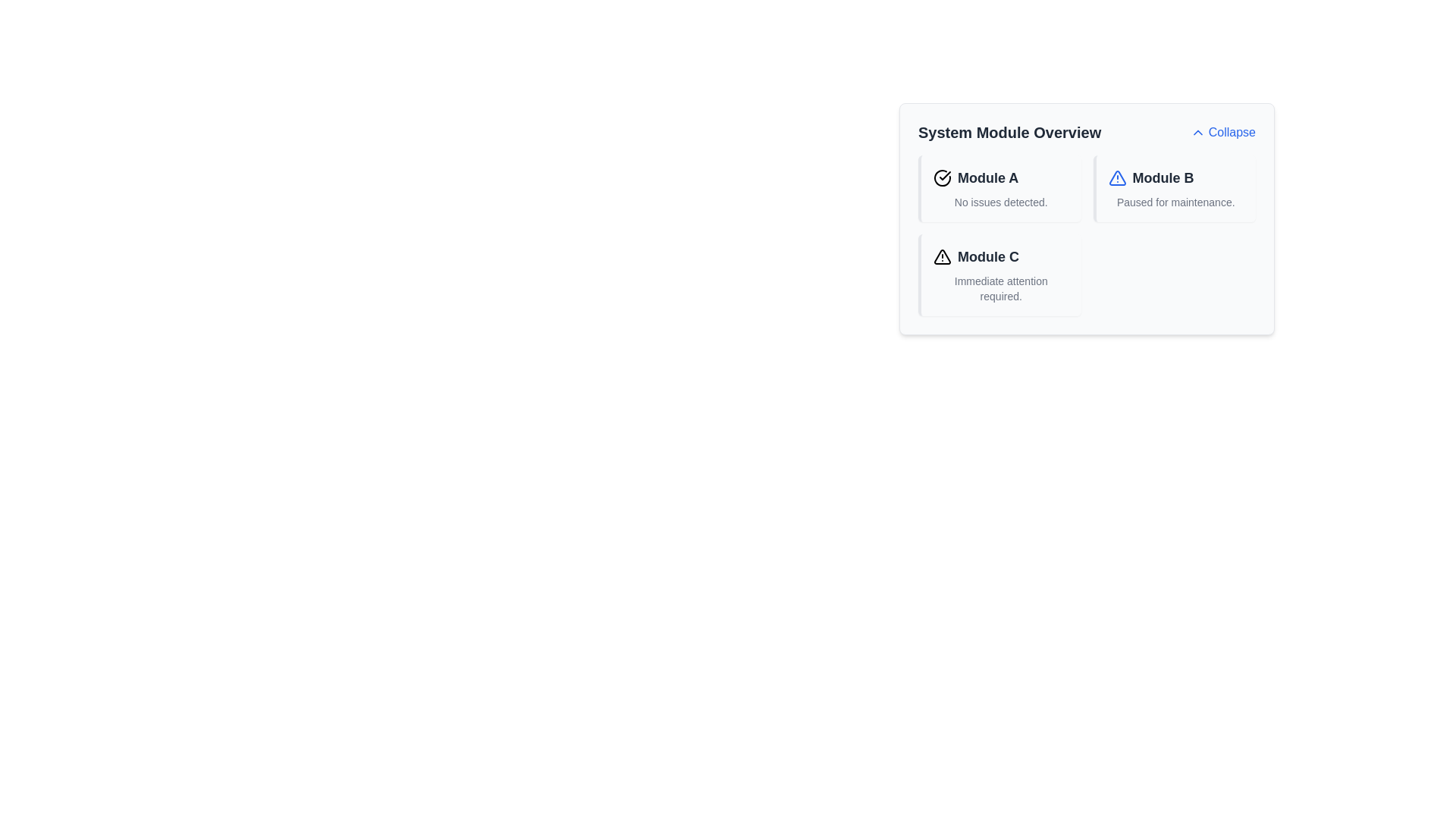  Describe the element at coordinates (988, 256) in the screenshot. I see `the 'Module C' textual label` at that location.